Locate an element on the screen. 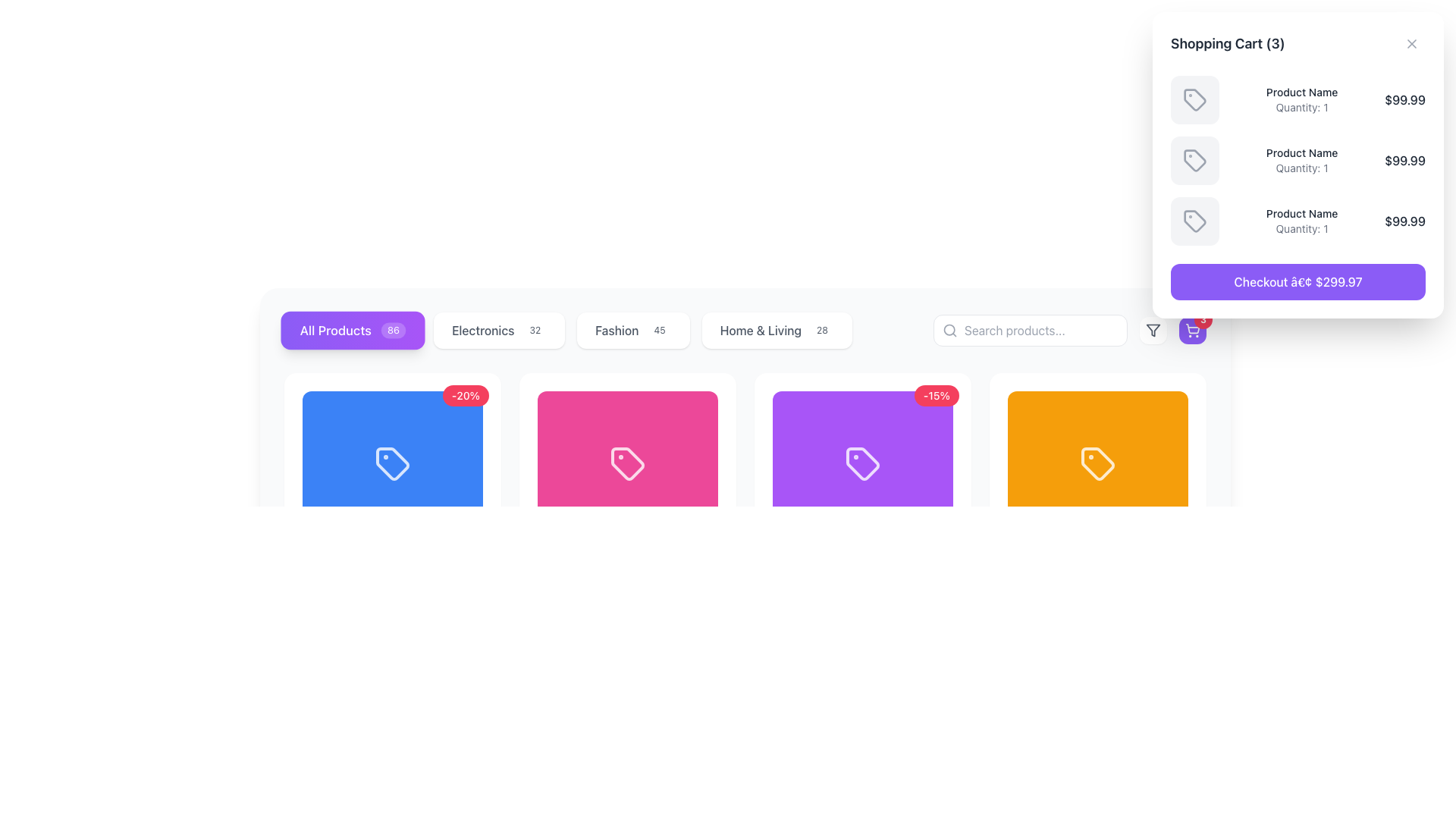 Image resolution: width=1456 pixels, height=819 pixels. the shopping item category icon located at the top-right corner of the shopping cart dropdown interface is located at coordinates (1194, 99).